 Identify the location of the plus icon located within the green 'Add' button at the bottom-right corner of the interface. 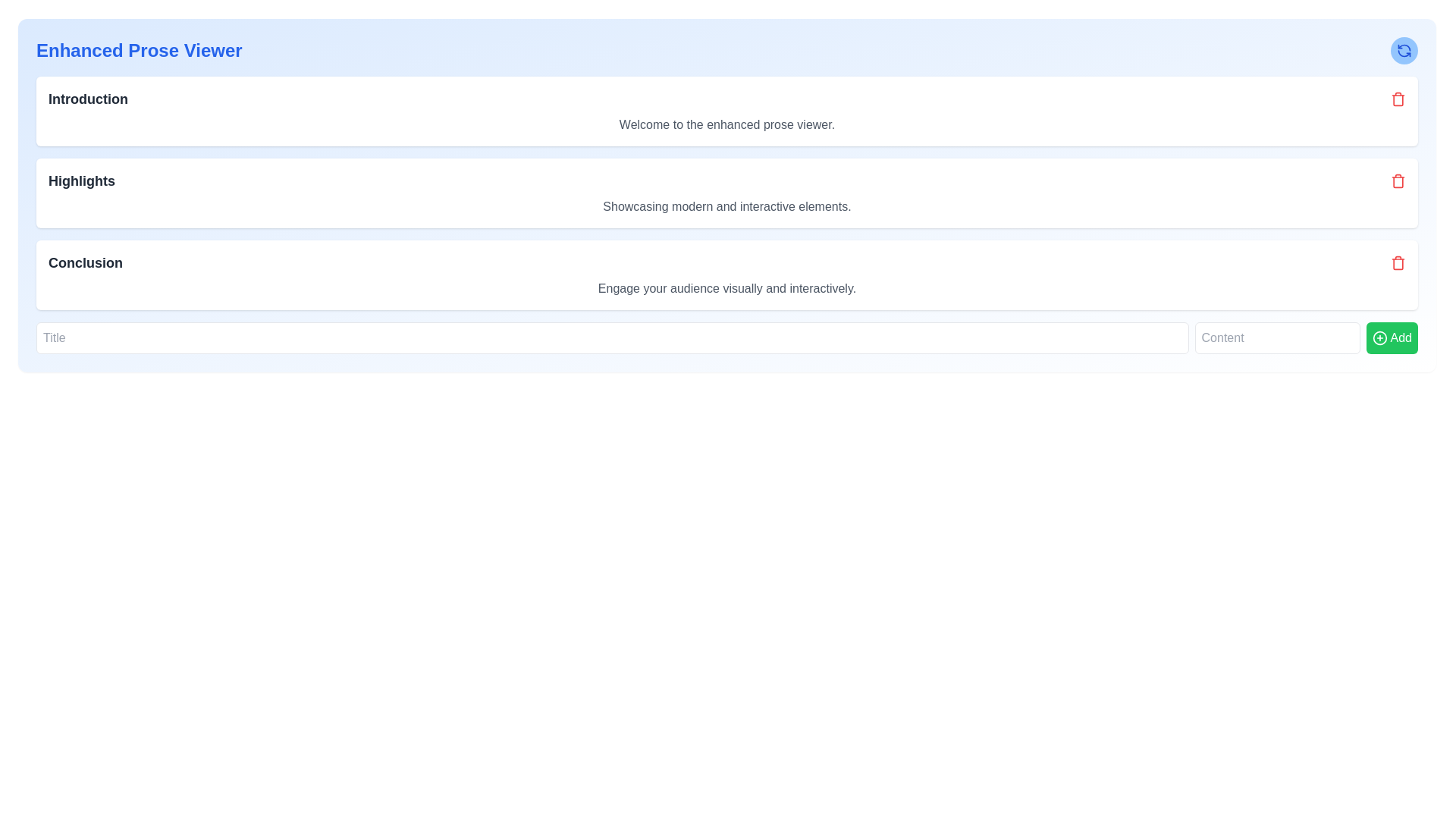
(1379, 337).